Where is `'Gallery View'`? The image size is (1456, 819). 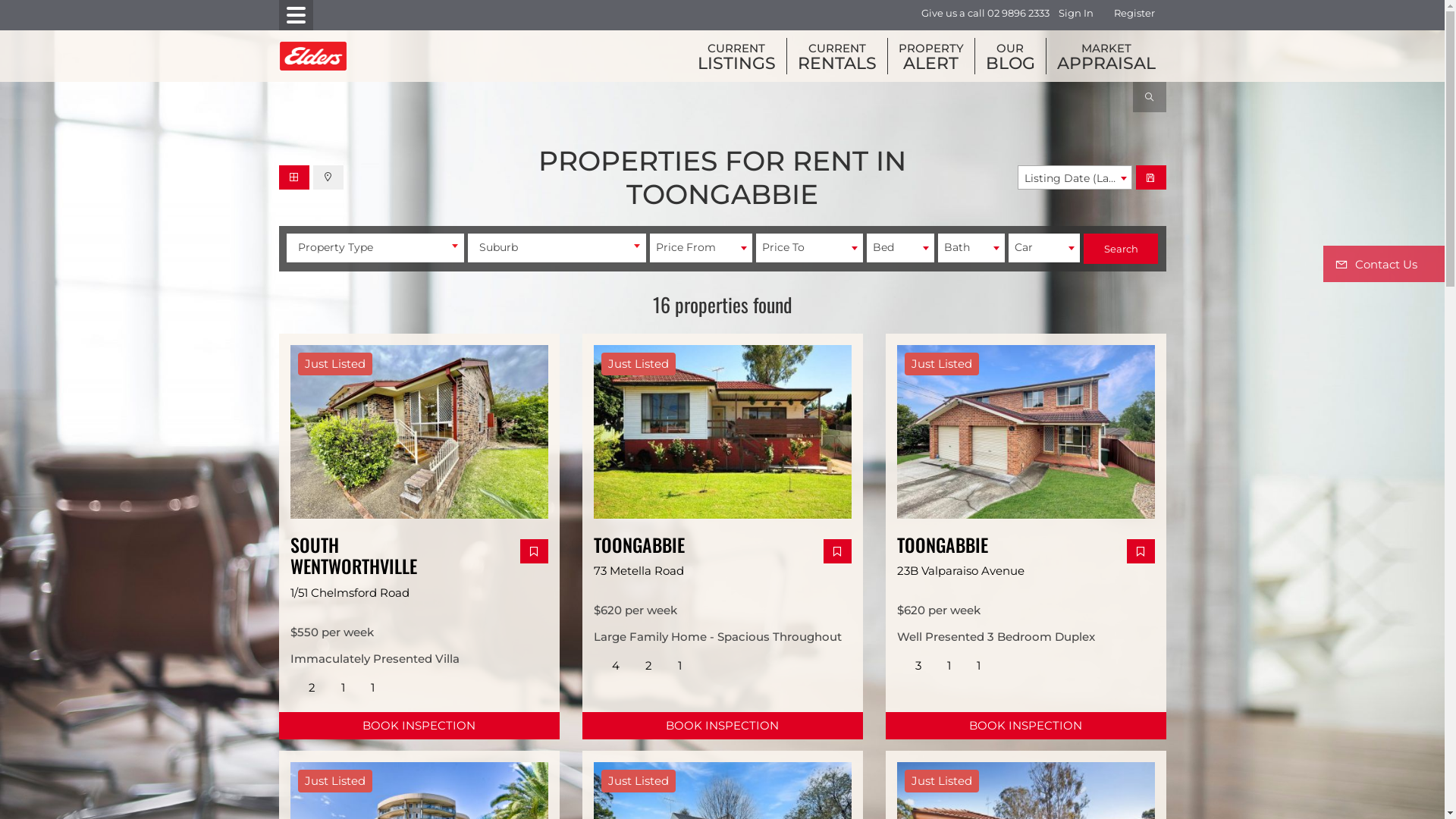 'Gallery View' is located at coordinates (294, 177).